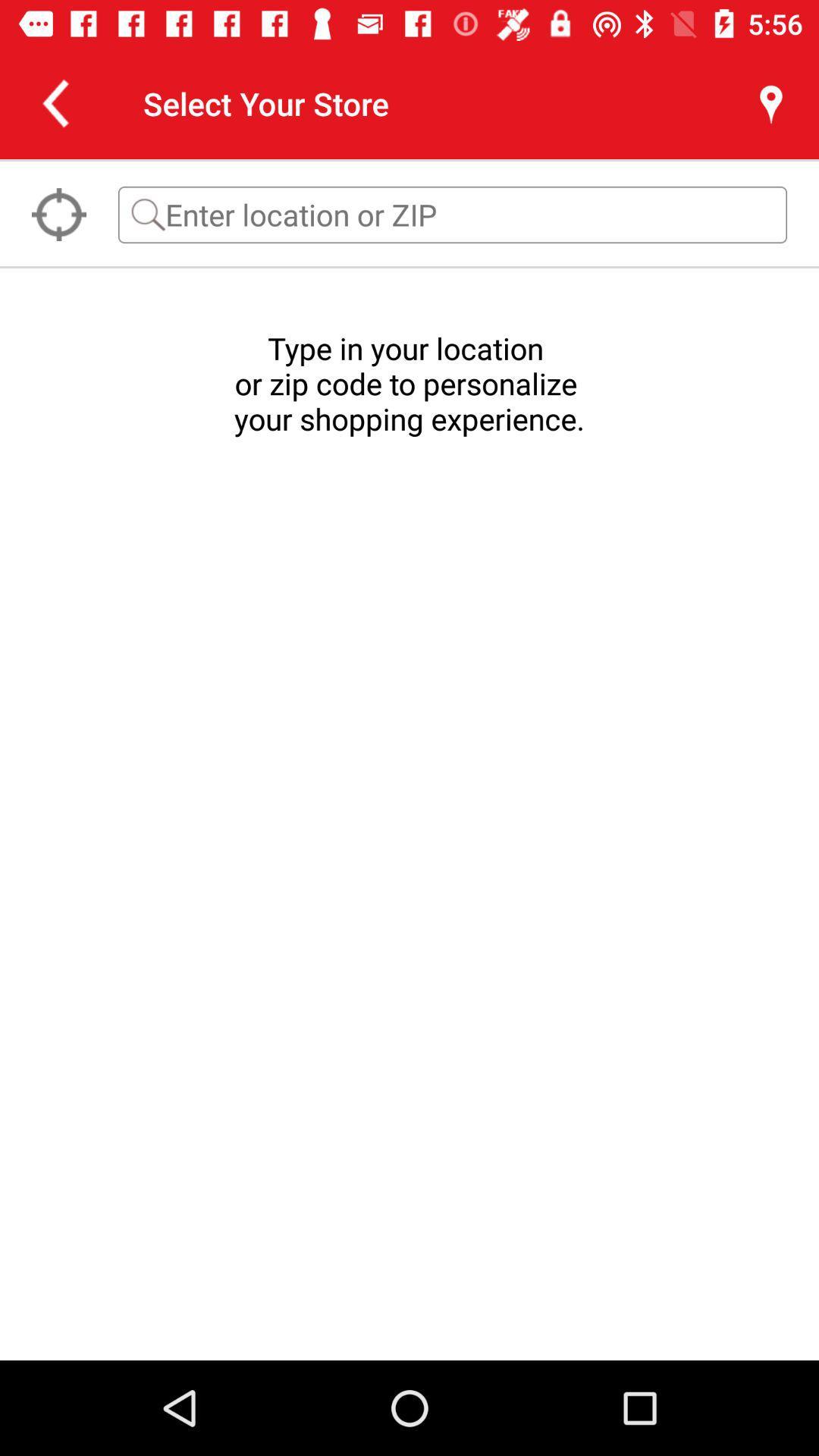 This screenshot has width=819, height=1456. Describe the element at coordinates (58, 214) in the screenshot. I see `the location_crosshair icon` at that location.